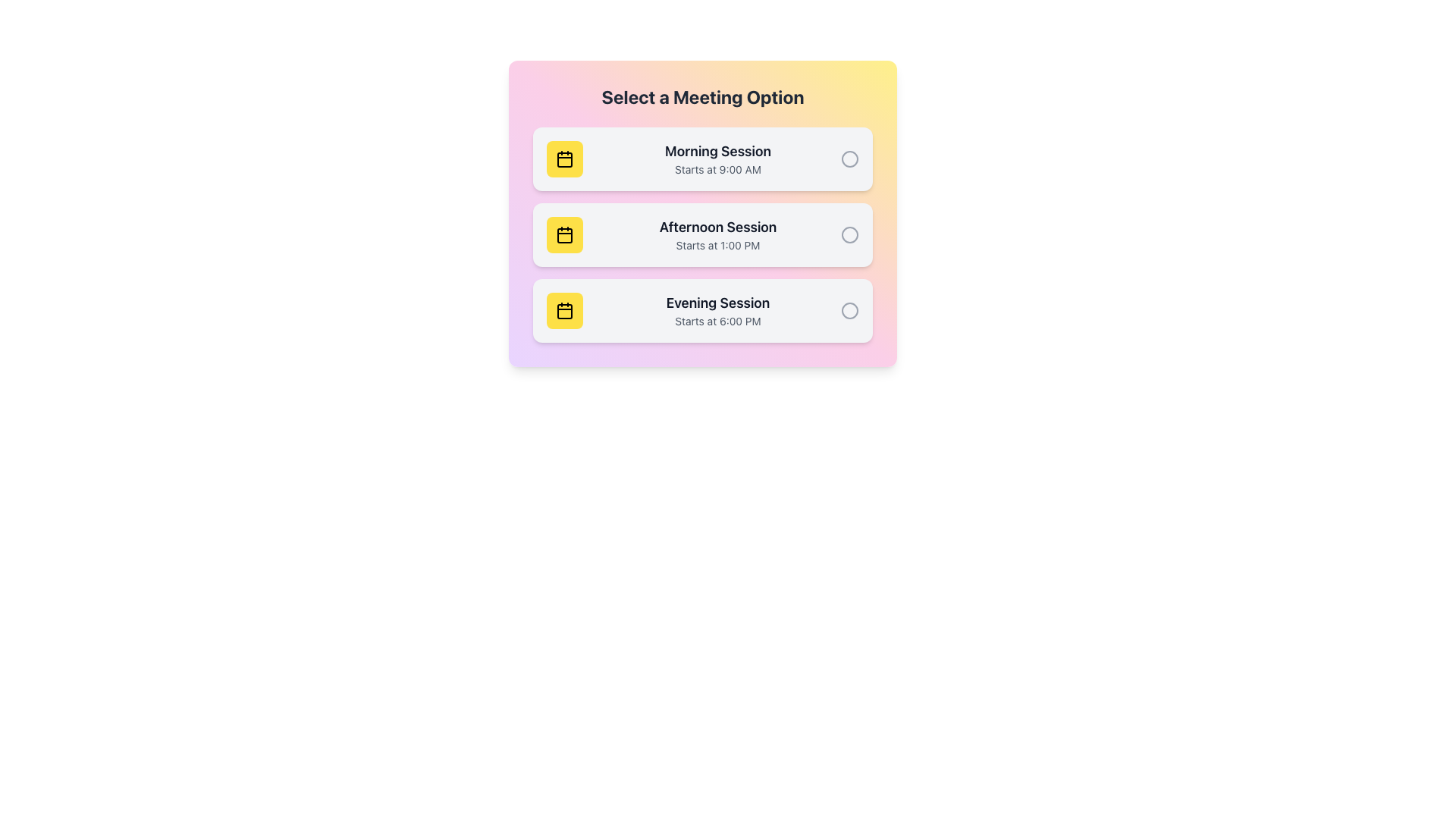 Image resolution: width=1456 pixels, height=819 pixels. What do you see at coordinates (717, 169) in the screenshot?
I see `the text label indicating the start time of the 'Morning Session'` at bounding box center [717, 169].